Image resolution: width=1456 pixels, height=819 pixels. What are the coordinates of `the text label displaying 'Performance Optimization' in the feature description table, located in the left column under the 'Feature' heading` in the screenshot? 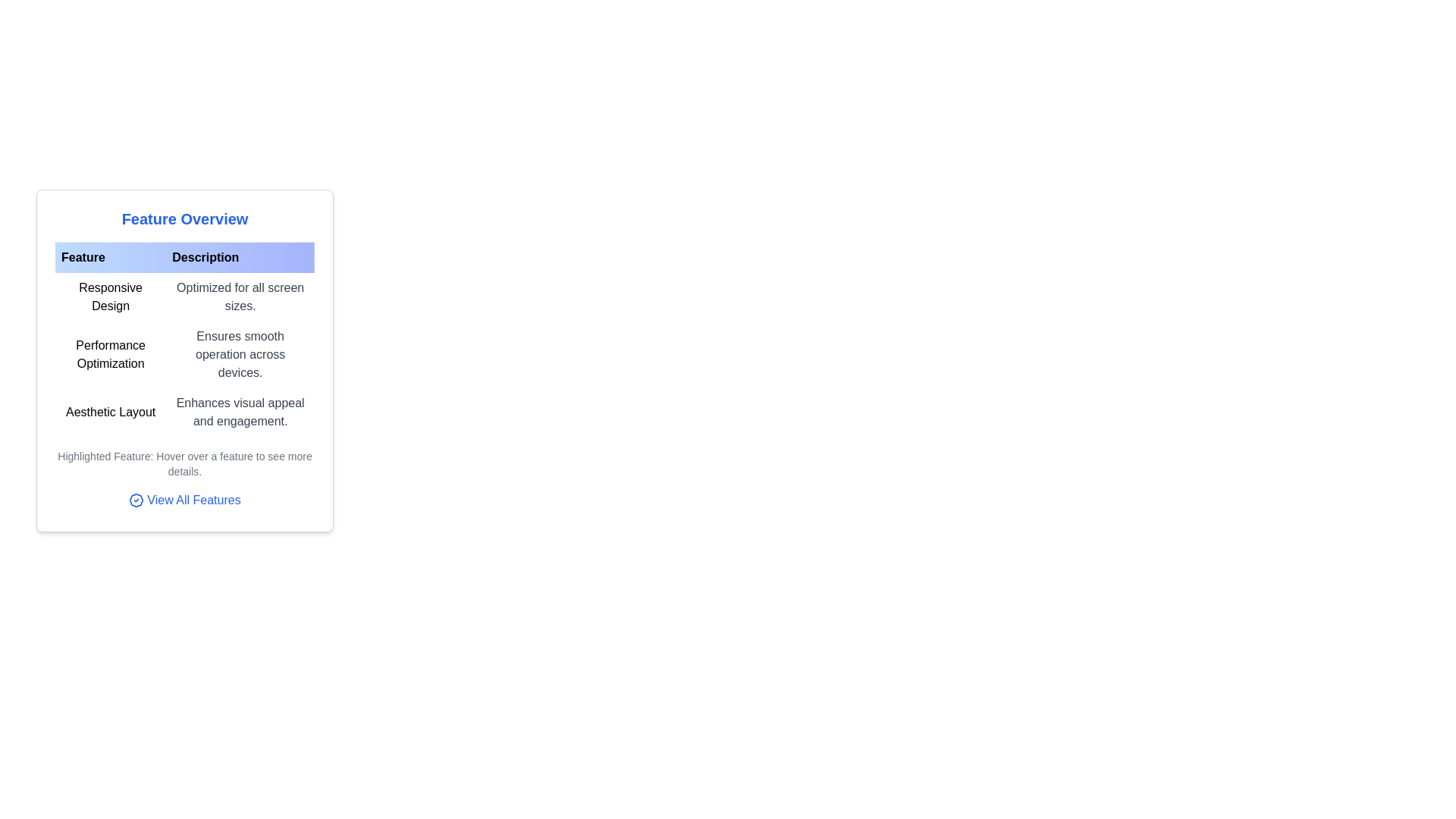 It's located at (110, 354).